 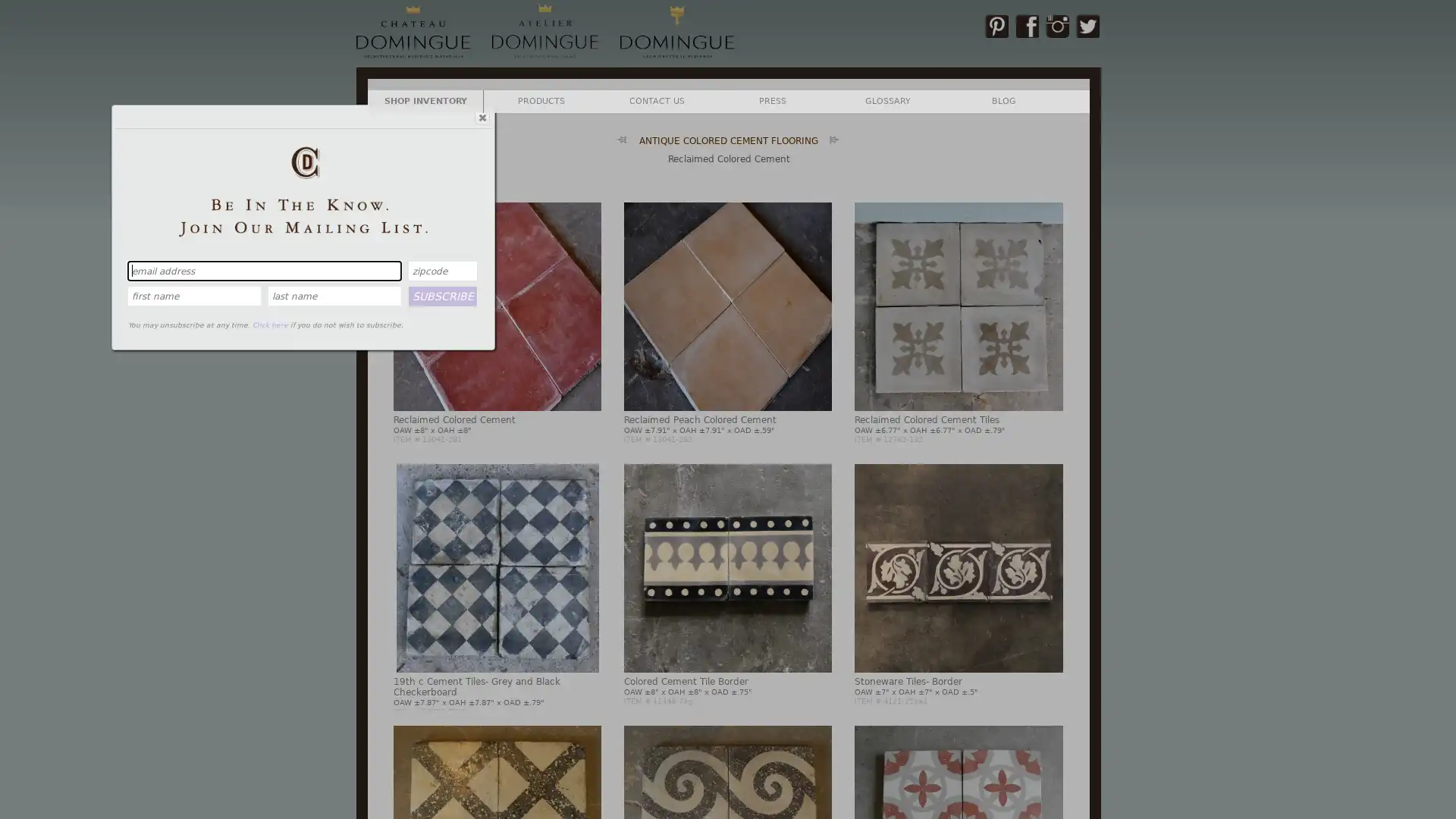 I want to click on SUBSCRIBE, so click(x=442, y=295).